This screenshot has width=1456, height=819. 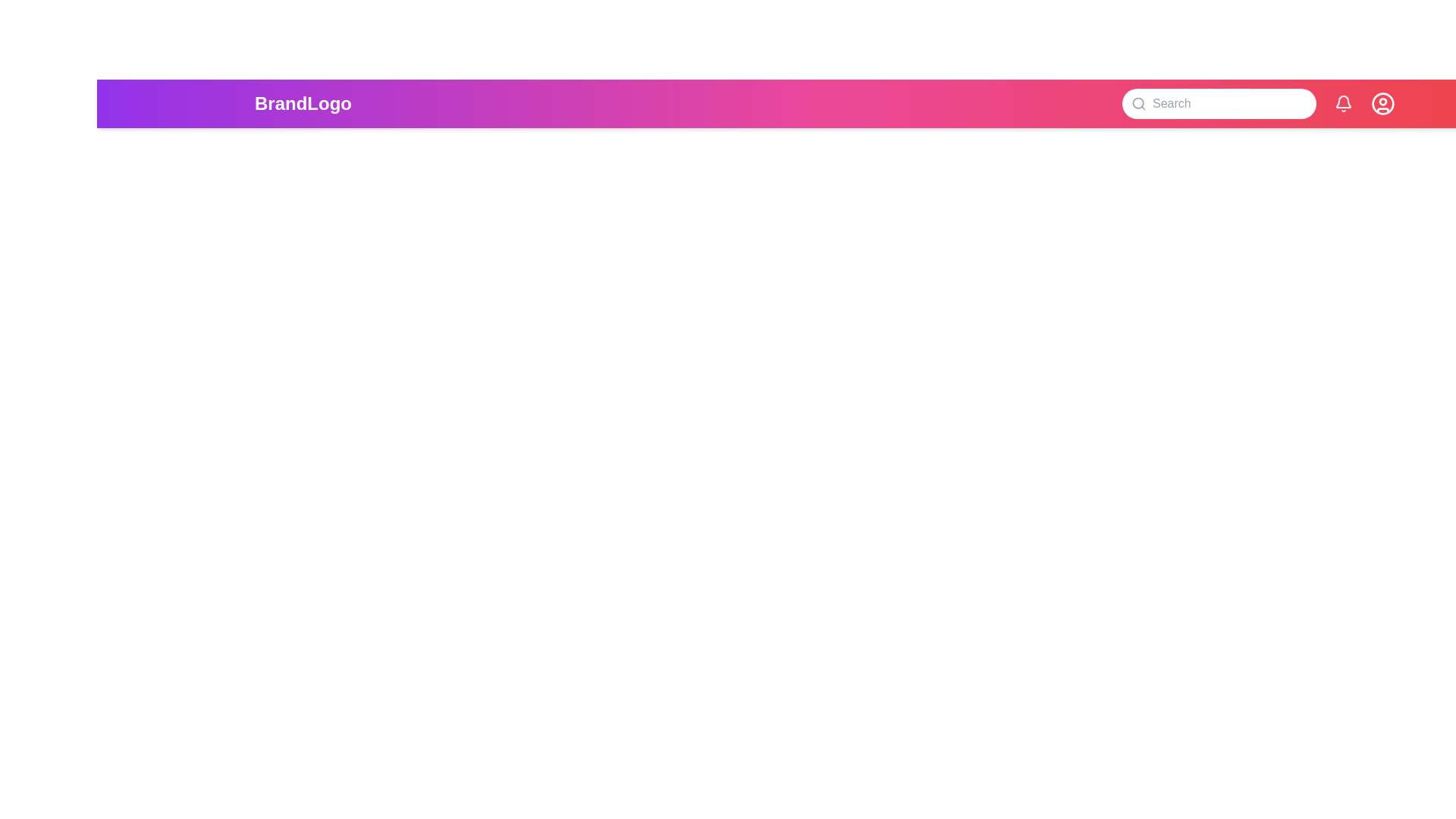 I want to click on the magnifying glass icon, which is light gray and, so click(x=1139, y=103).